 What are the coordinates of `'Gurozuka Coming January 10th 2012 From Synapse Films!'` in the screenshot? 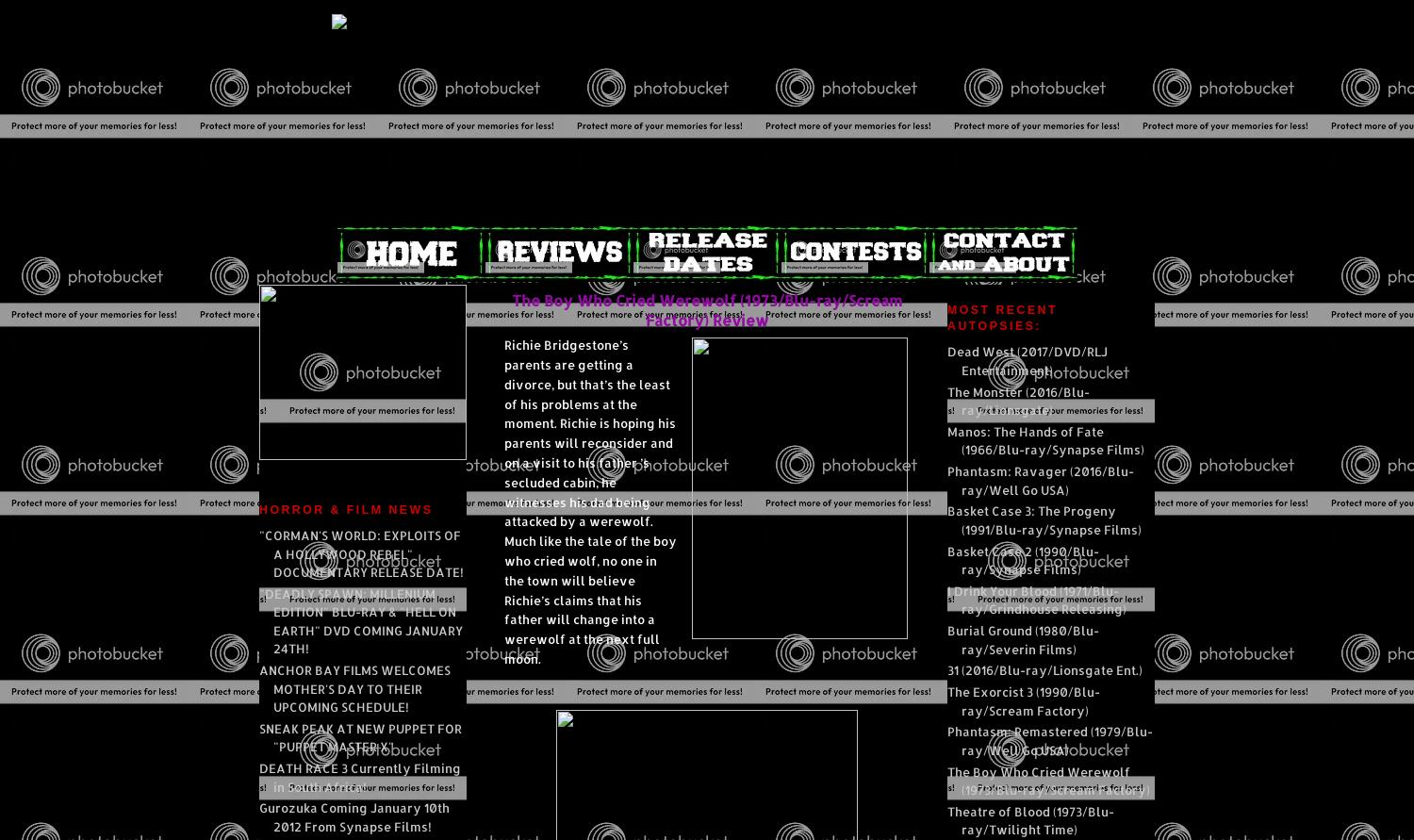 It's located at (354, 815).